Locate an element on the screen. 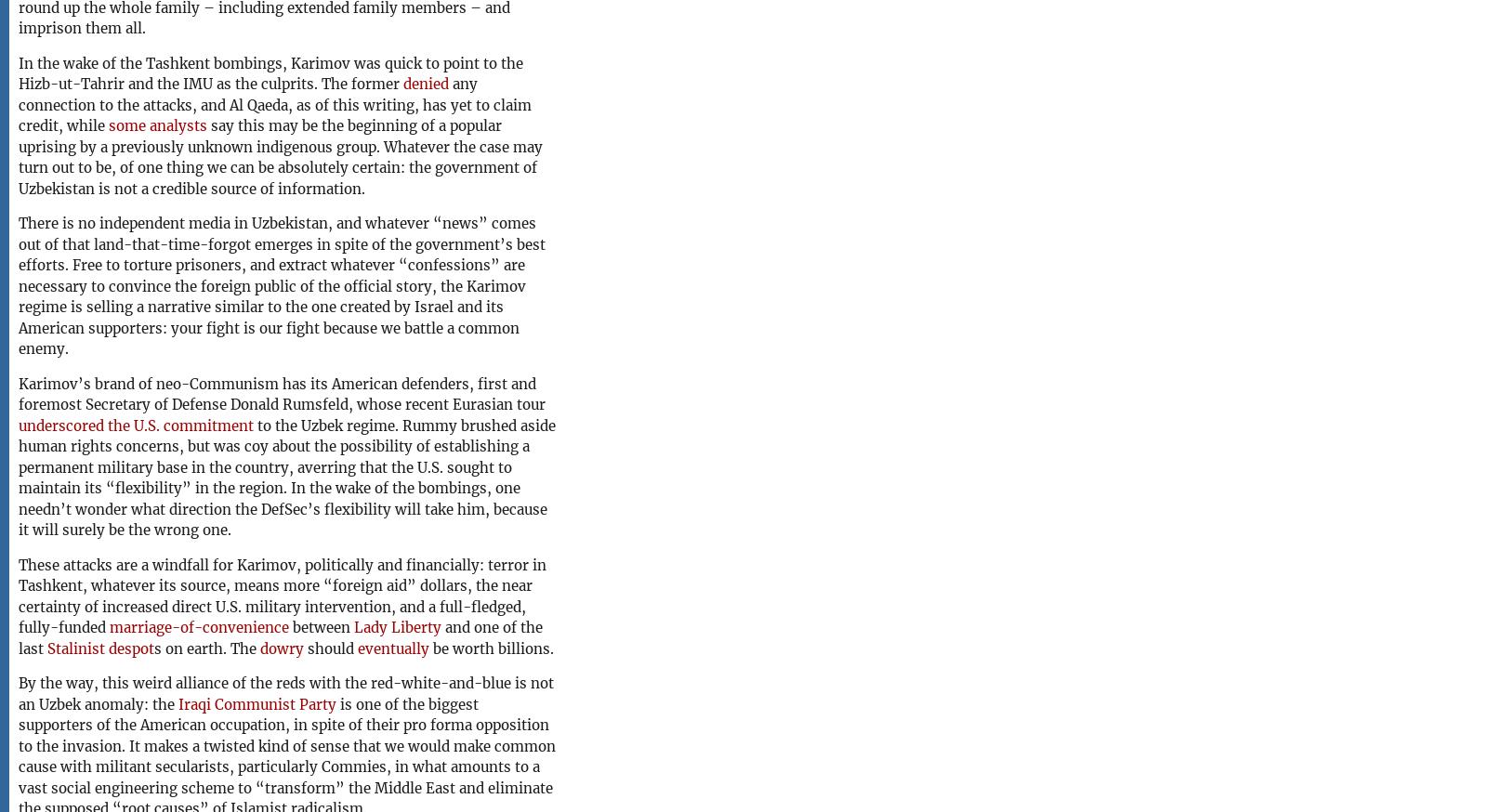  'should' is located at coordinates (304, 648).